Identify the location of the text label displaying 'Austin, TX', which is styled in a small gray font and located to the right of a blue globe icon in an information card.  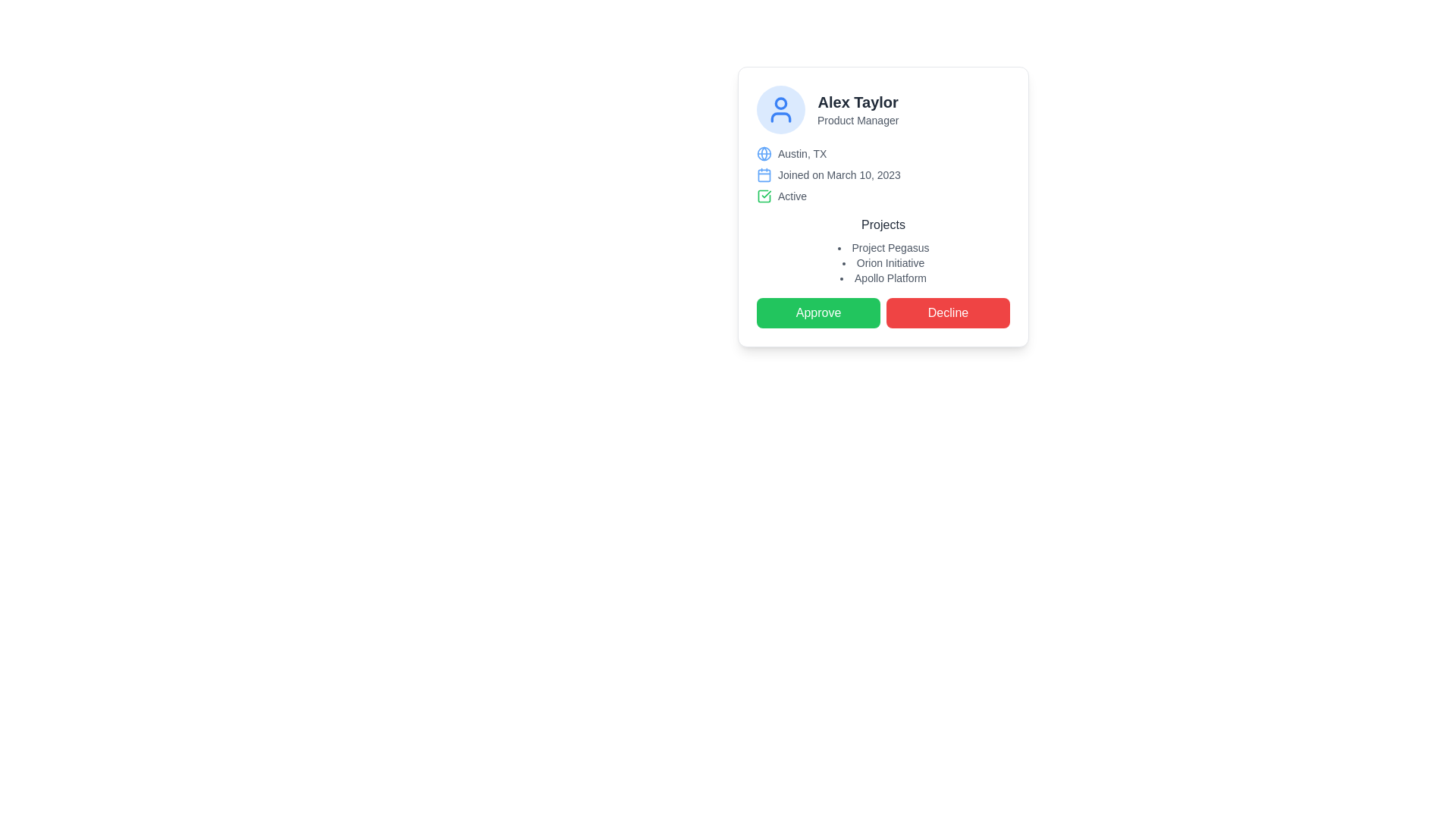
(802, 154).